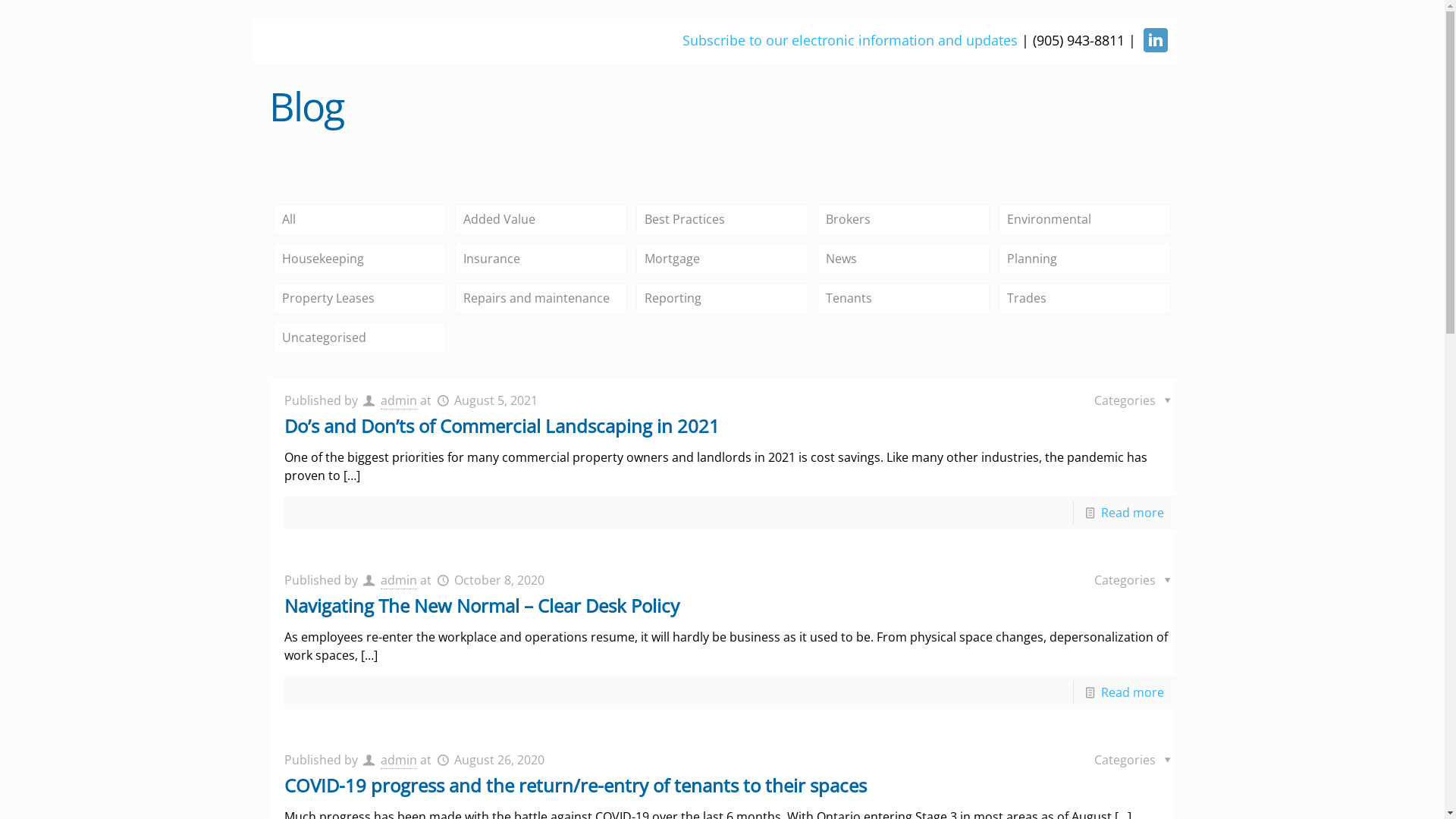 Image resolution: width=1456 pixels, height=819 pixels. I want to click on 'Trades', so click(998, 298).